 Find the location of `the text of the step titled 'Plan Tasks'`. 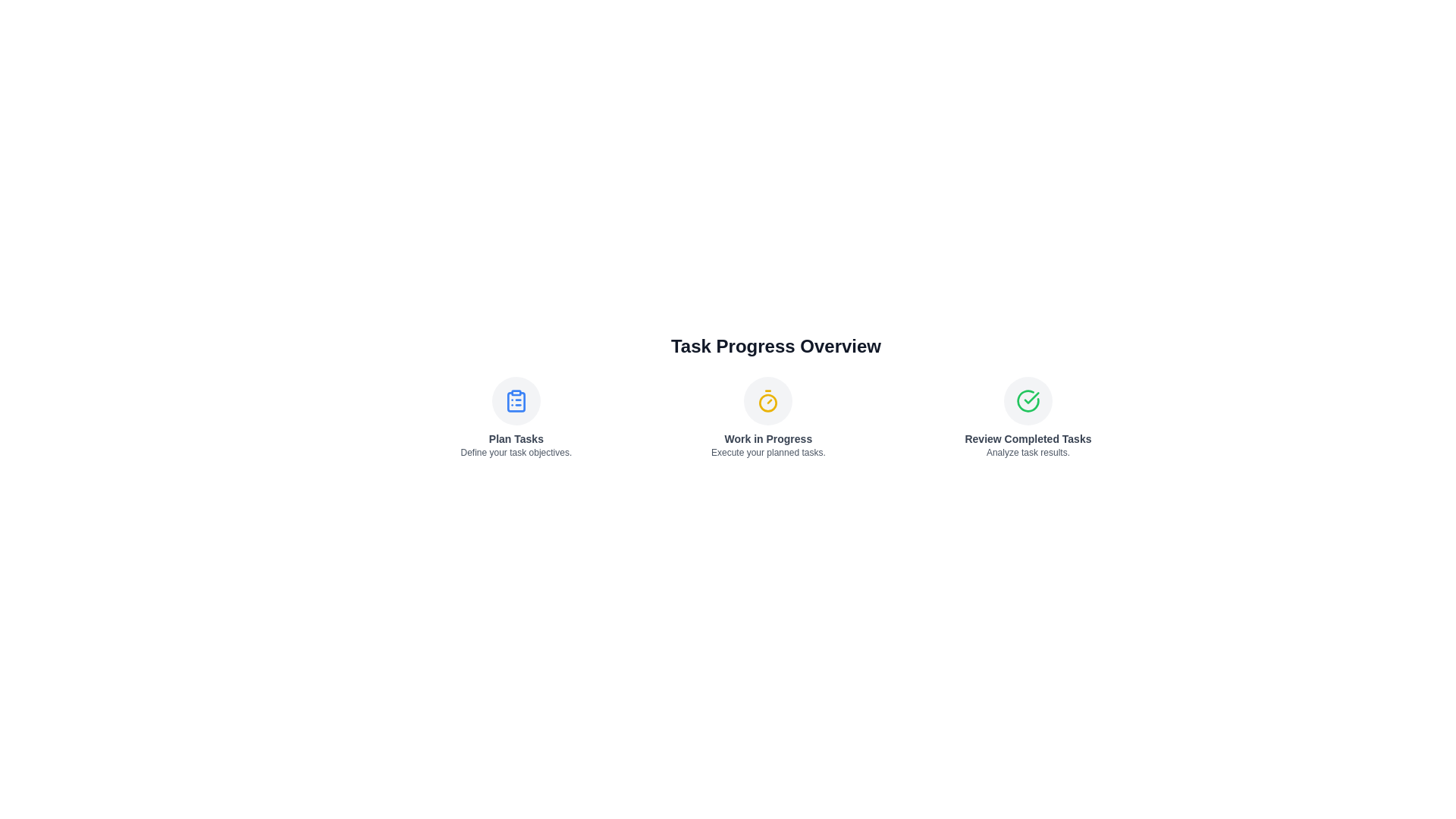

the text of the step titled 'Plan Tasks' is located at coordinates (516, 438).